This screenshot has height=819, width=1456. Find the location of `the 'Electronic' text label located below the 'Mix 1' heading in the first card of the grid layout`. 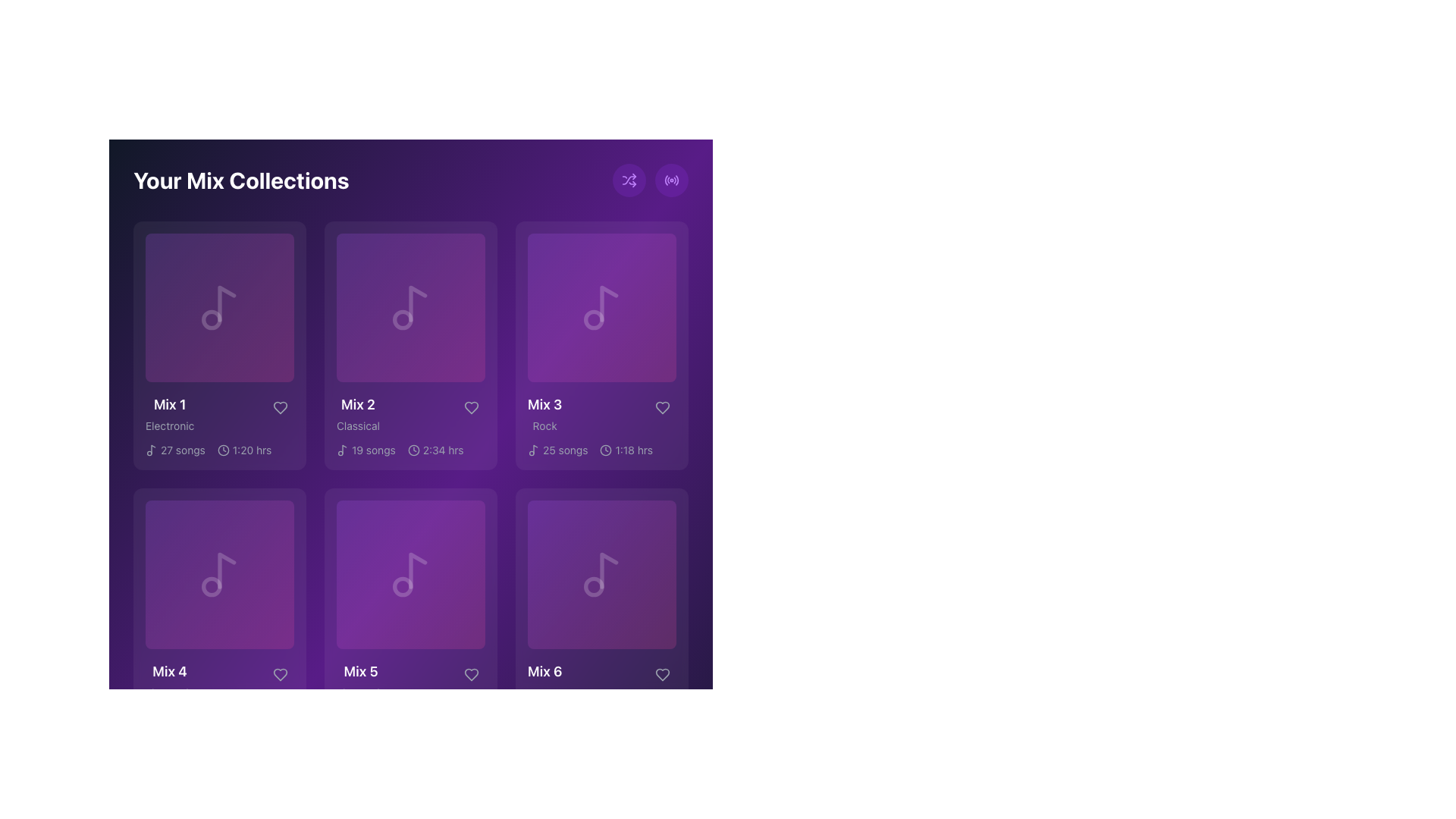

the 'Electronic' text label located below the 'Mix 1' heading in the first card of the grid layout is located at coordinates (170, 426).